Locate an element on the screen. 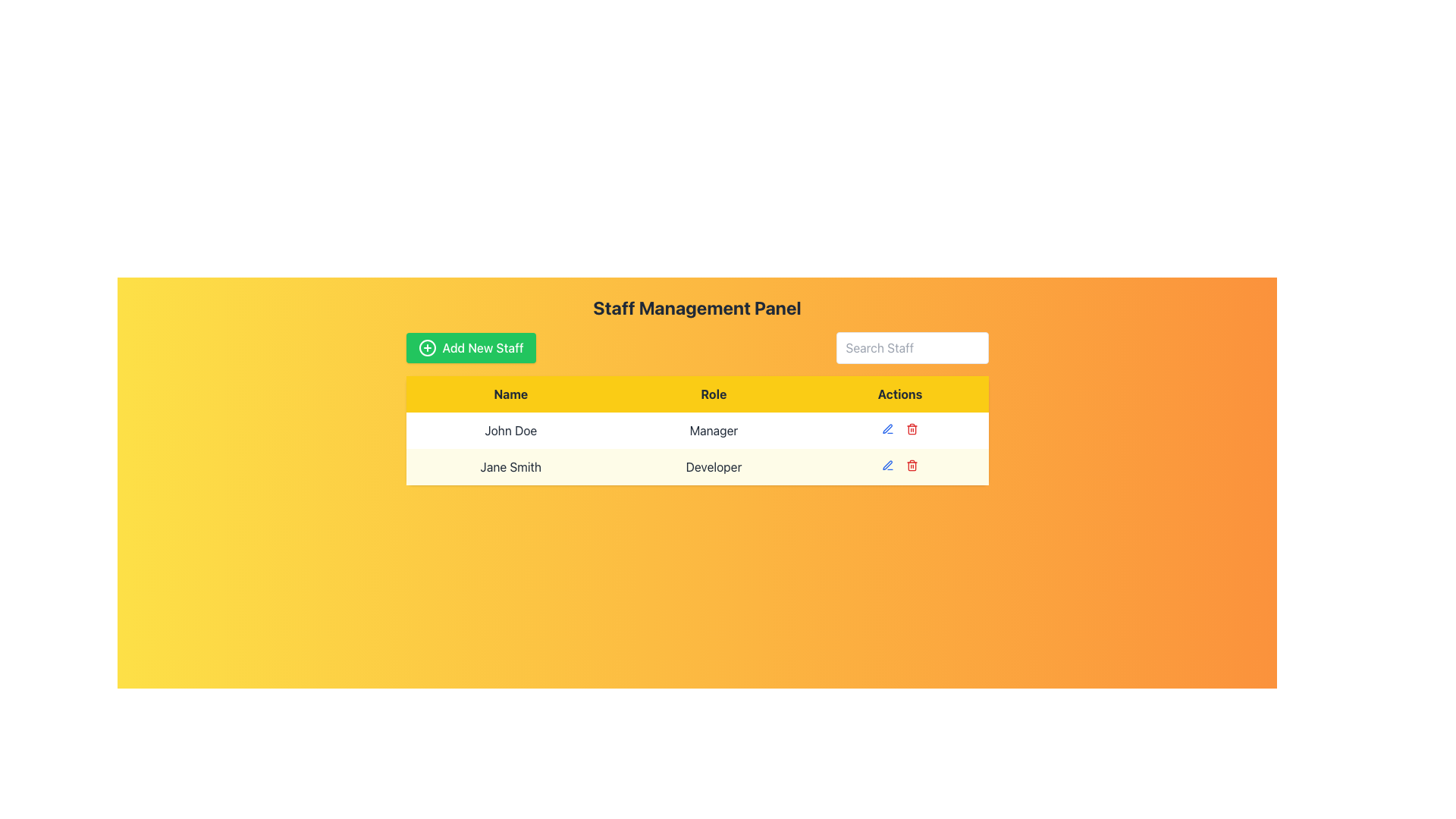  the 'Manager' text label in the 'Role' column, which is aligned with 'John Doe' in the 'Name' column is located at coordinates (696, 430).